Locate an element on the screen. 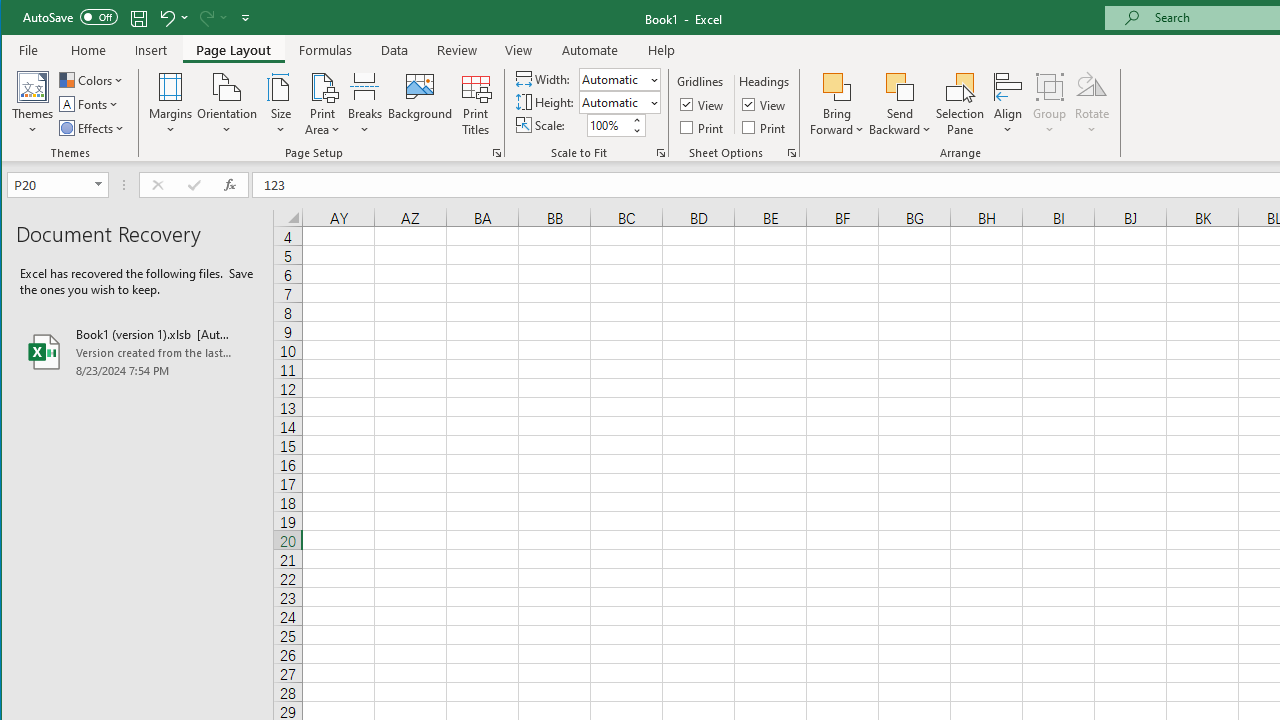  'Send Backward' is located at coordinates (899, 104).